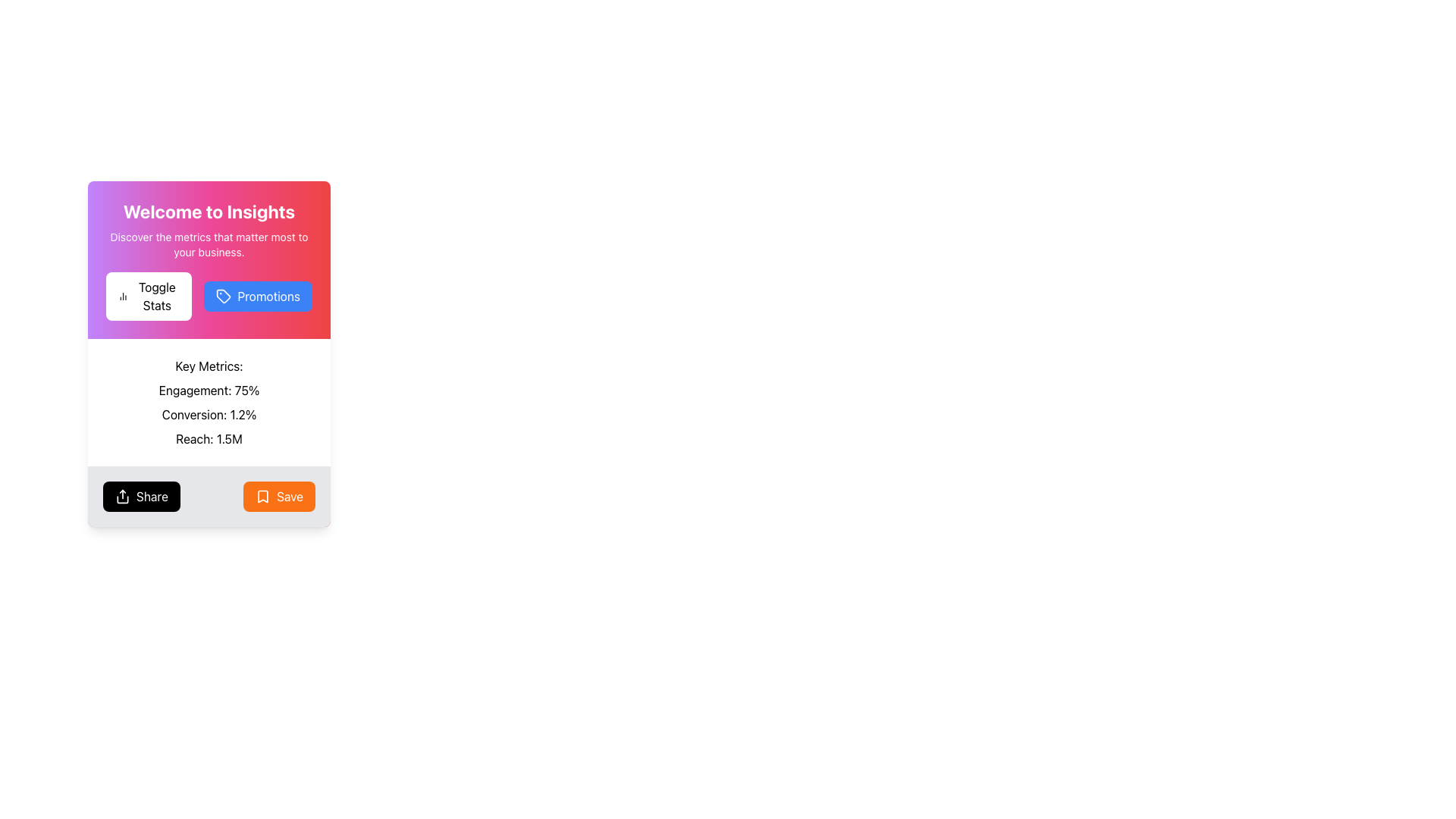  What do you see at coordinates (223, 296) in the screenshot?
I see `the decorative promotions icon located to the left of the Promotions button in the top section of the card interface` at bounding box center [223, 296].